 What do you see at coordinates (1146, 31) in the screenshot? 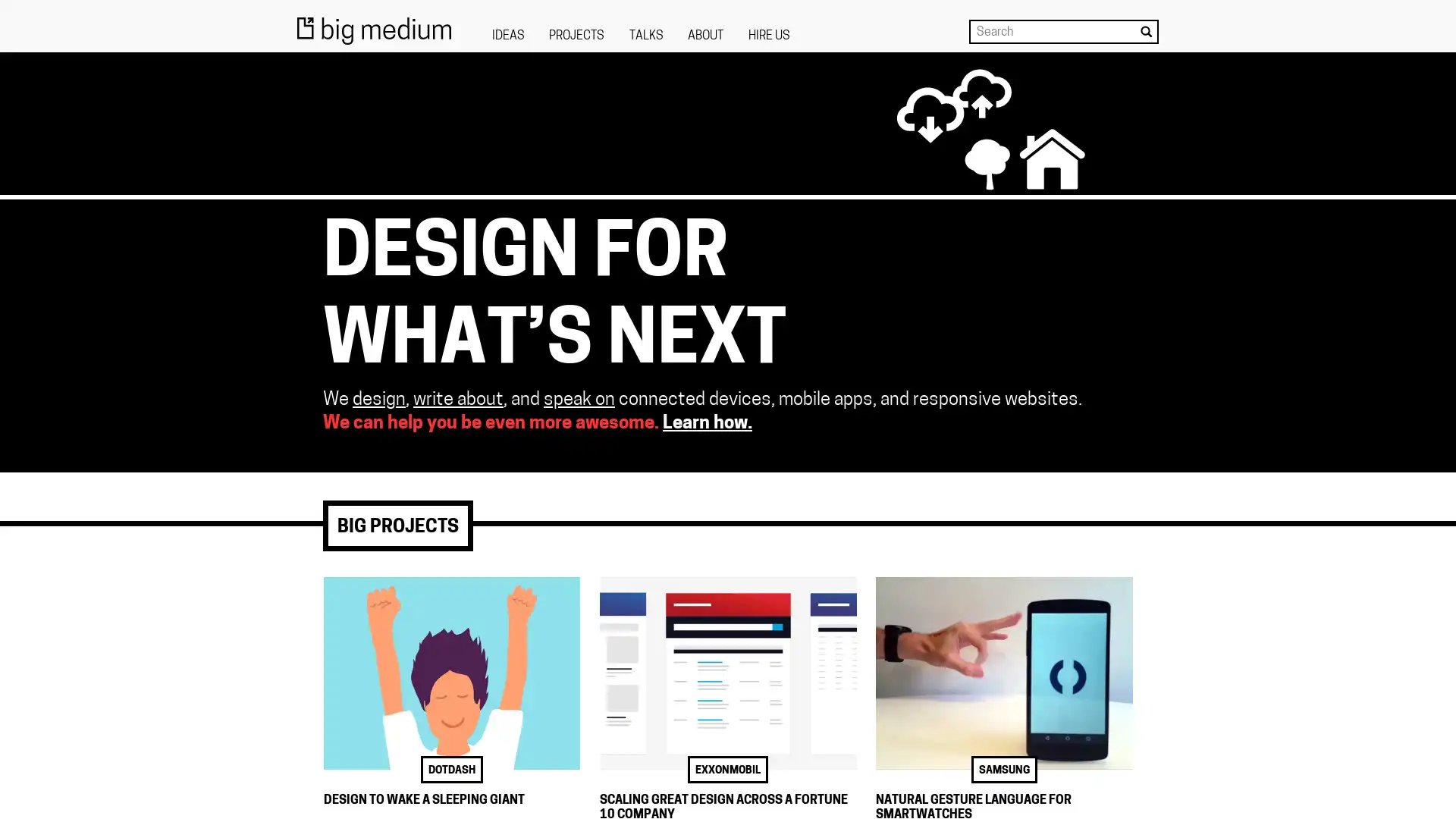
I see `Search` at bounding box center [1146, 31].